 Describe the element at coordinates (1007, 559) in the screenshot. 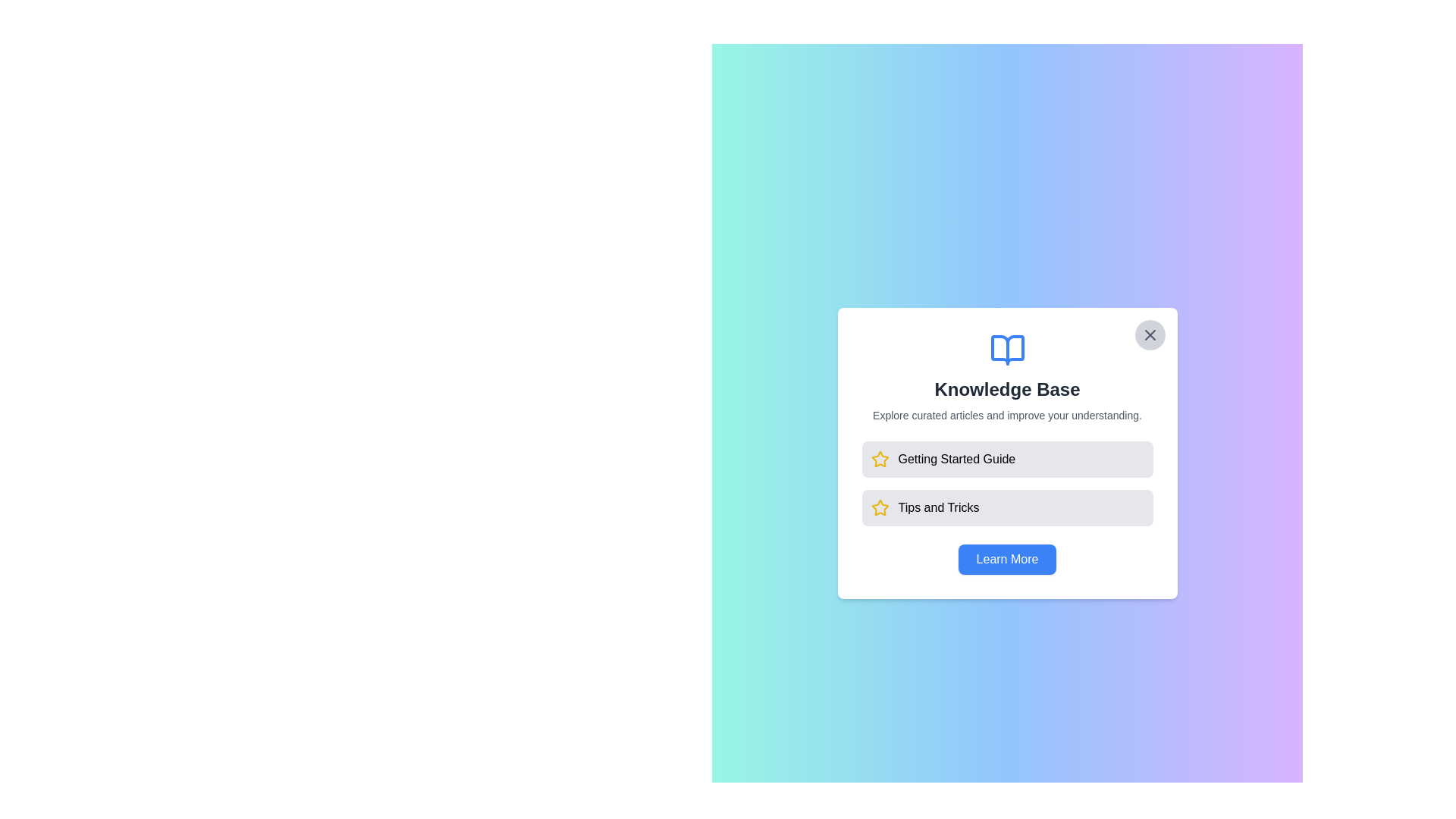

I see `the 'Learn More' button with a blue background and rounded corners at the bottom-center of the 'Knowledge Base' card to change its appearance` at that location.